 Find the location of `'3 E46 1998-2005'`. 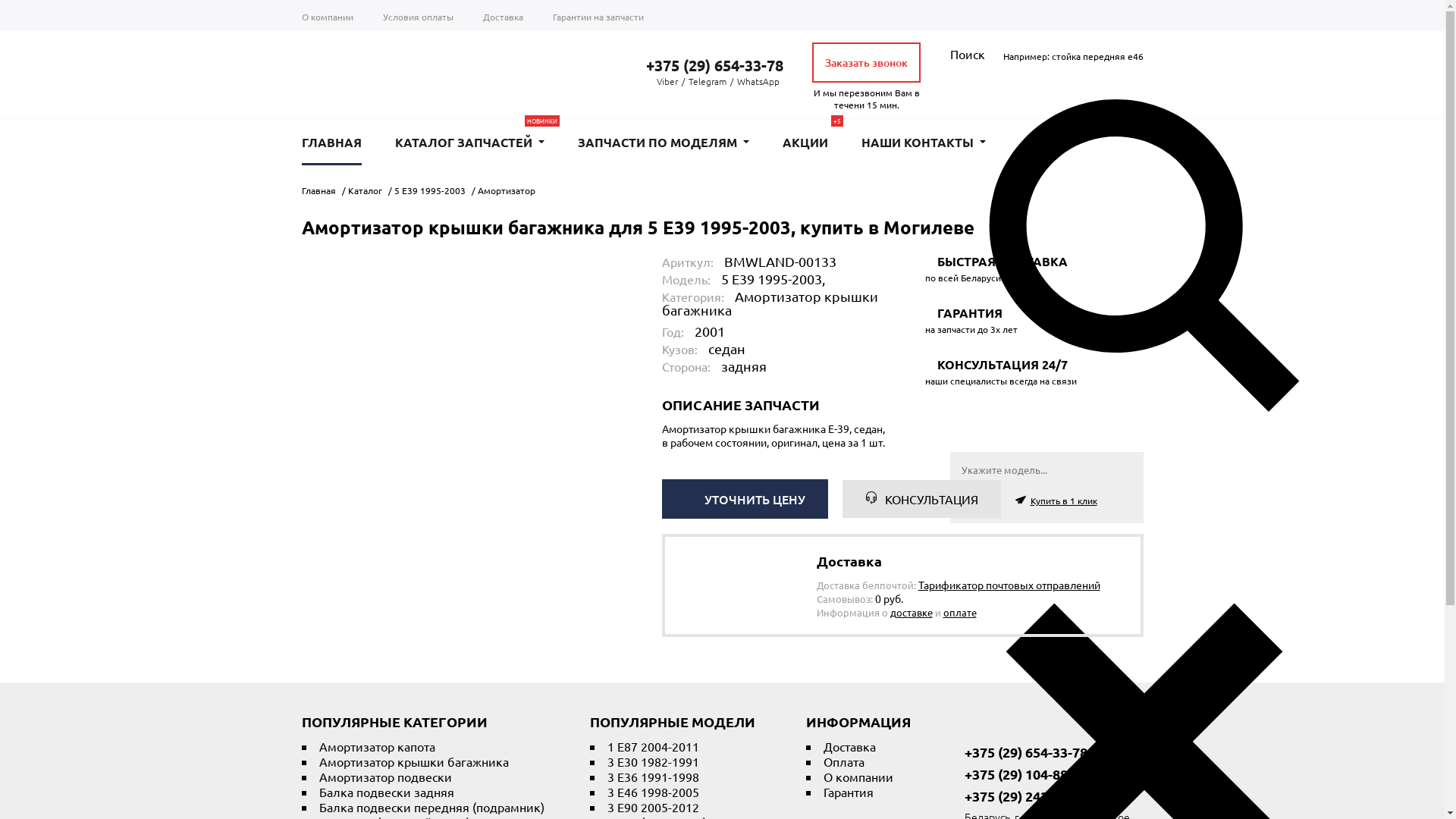

'3 E46 1998-2005' is located at coordinates (652, 791).